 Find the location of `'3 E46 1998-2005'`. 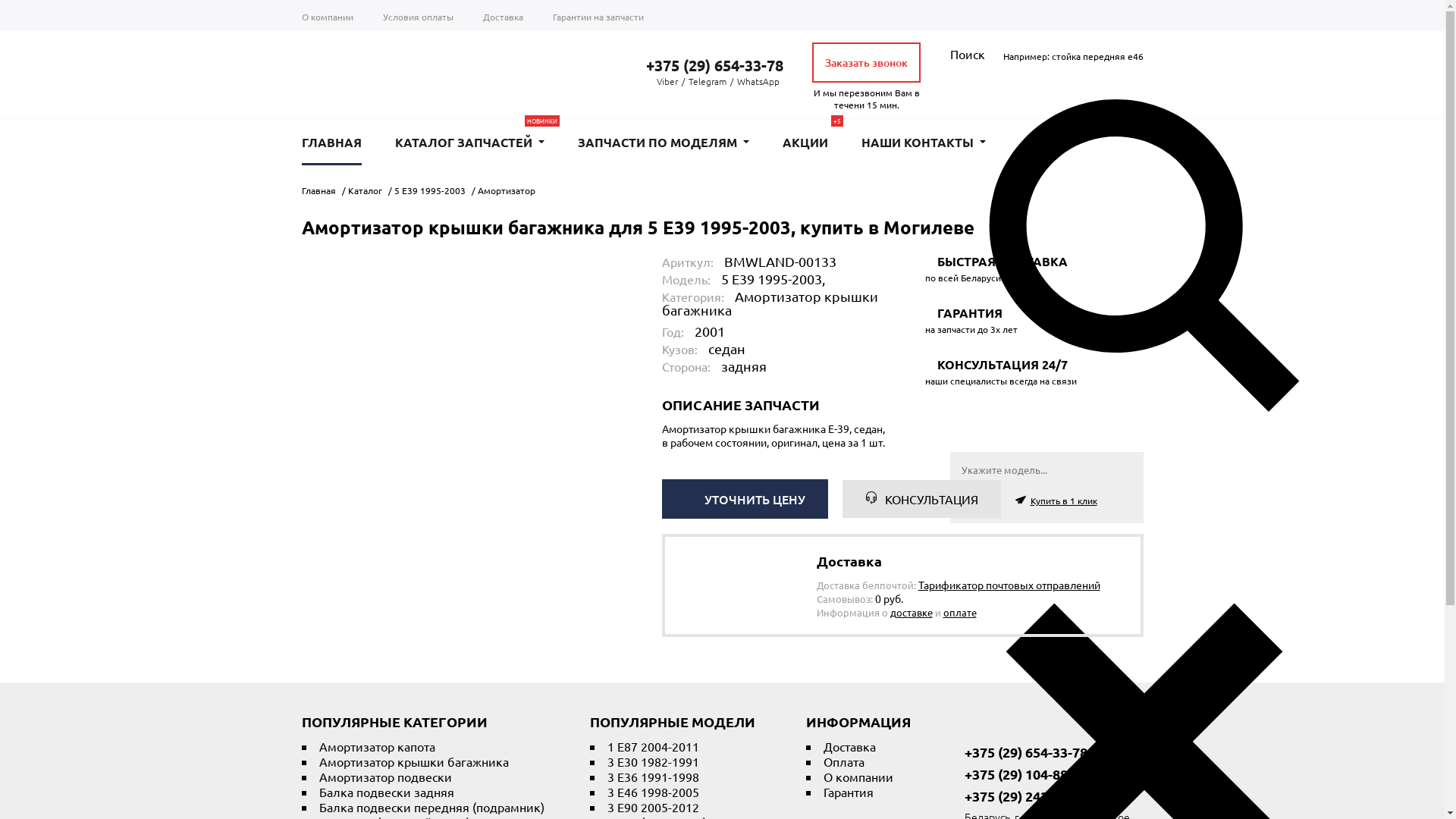

'3 E46 1998-2005' is located at coordinates (652, 791).